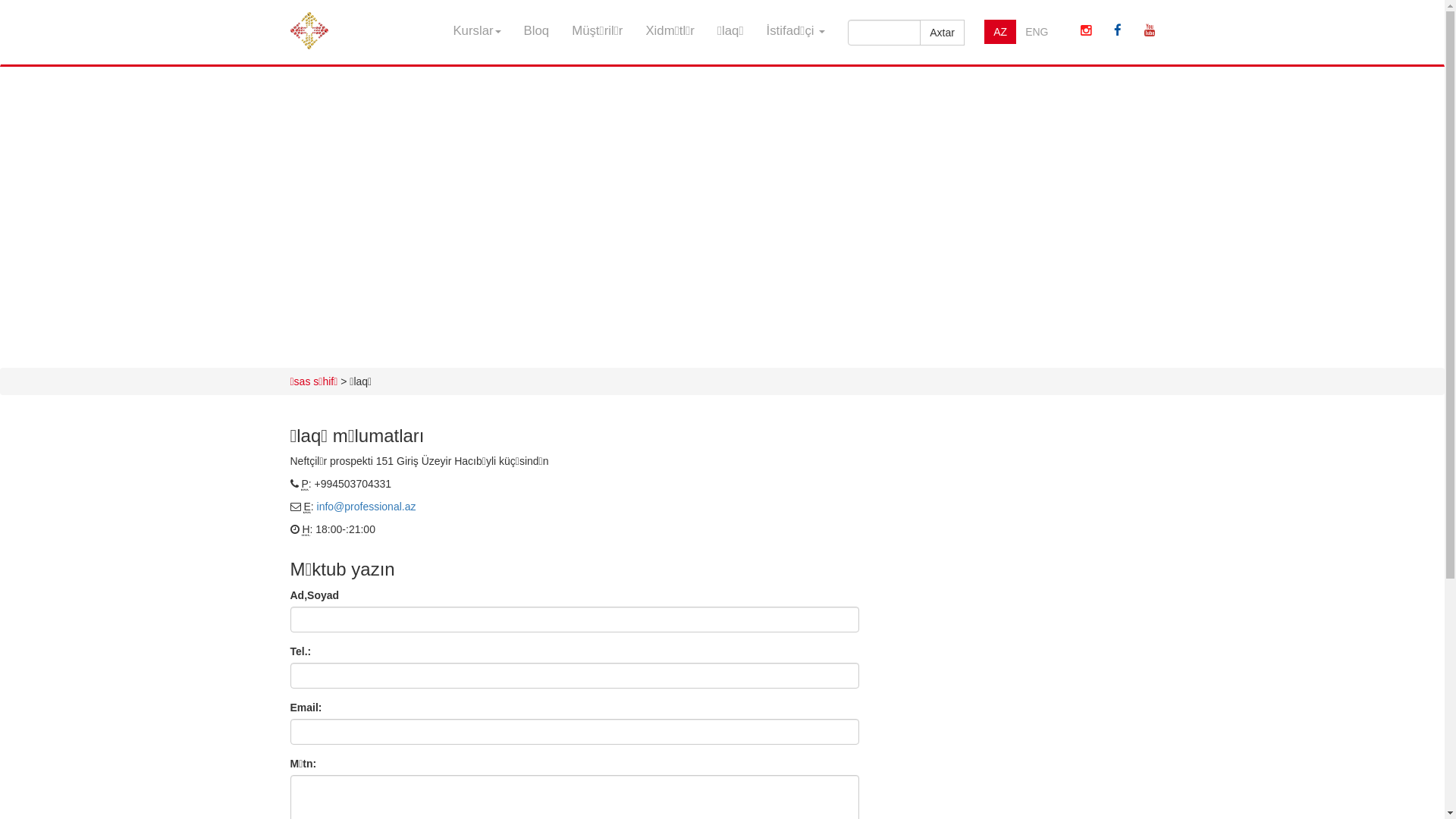 The height and width of the screenshot is (819, 1456). Describe the element at coordinates (308, 20) in the screenshot. I see `'Professional IT'` at that location.